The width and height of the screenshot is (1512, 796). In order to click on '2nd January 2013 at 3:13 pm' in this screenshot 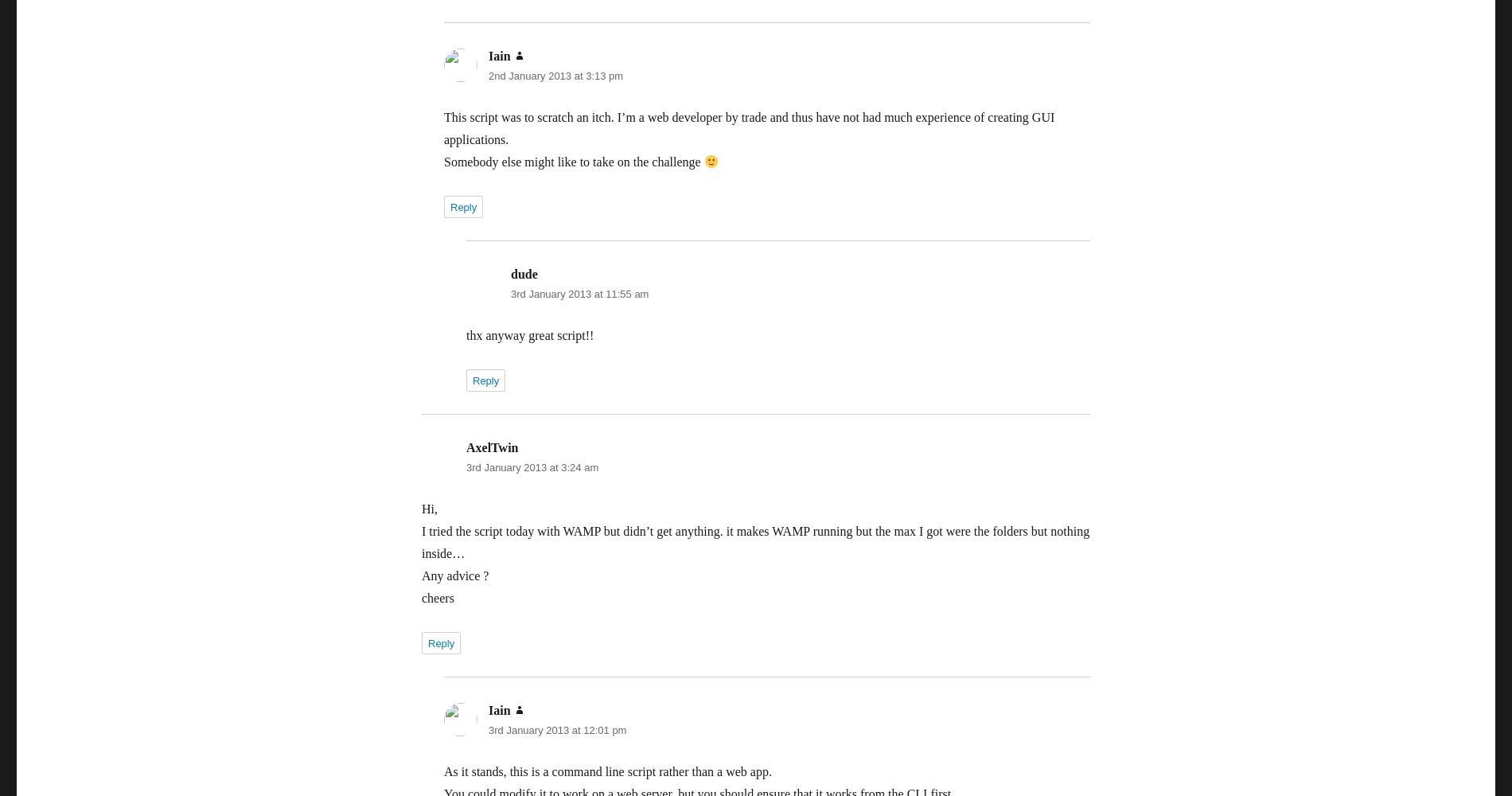, I will do `click(489, 75)`.